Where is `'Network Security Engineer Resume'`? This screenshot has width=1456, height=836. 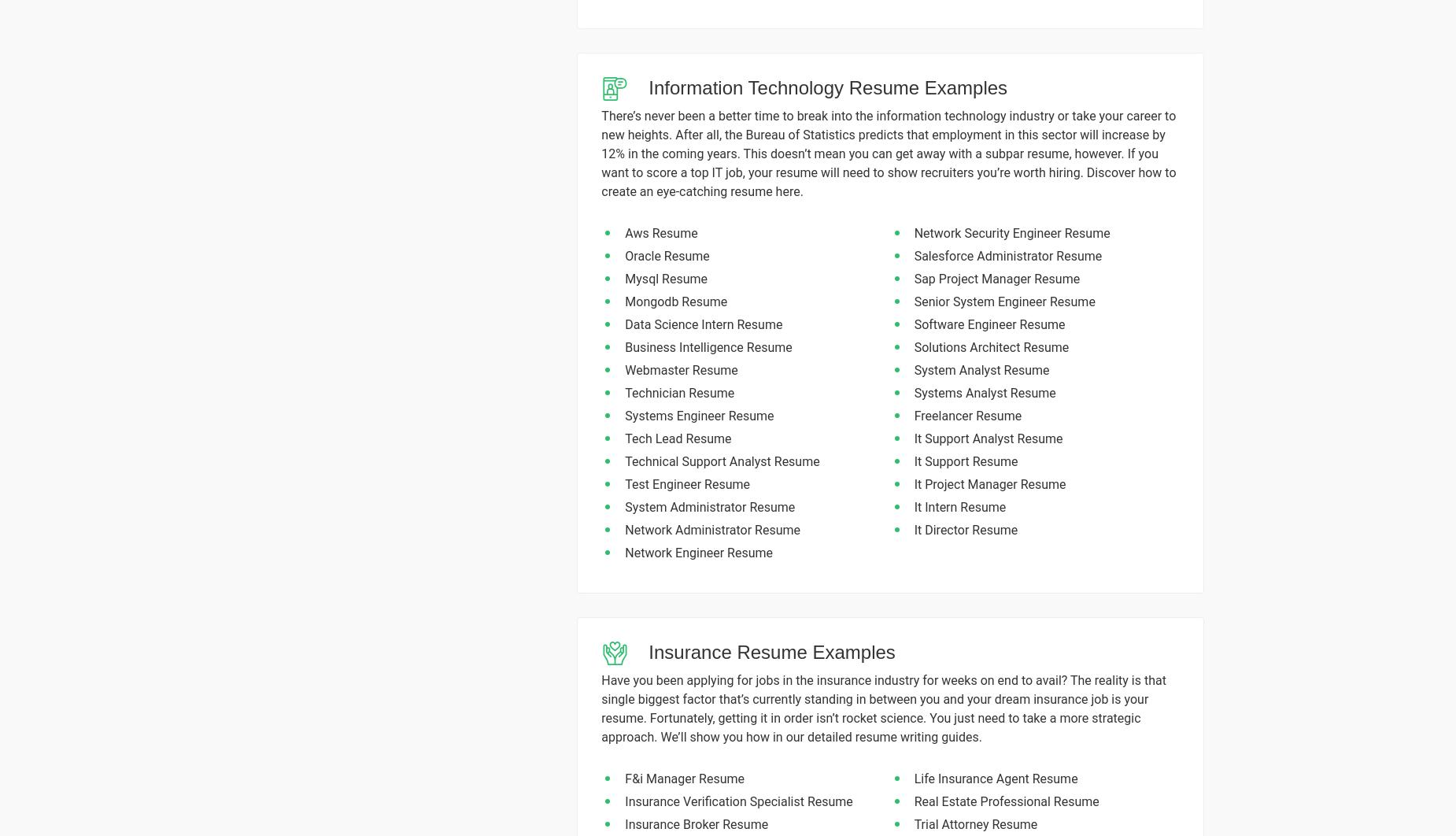 'Network Security Engineer Resume' is located at coordinates (913, 232).